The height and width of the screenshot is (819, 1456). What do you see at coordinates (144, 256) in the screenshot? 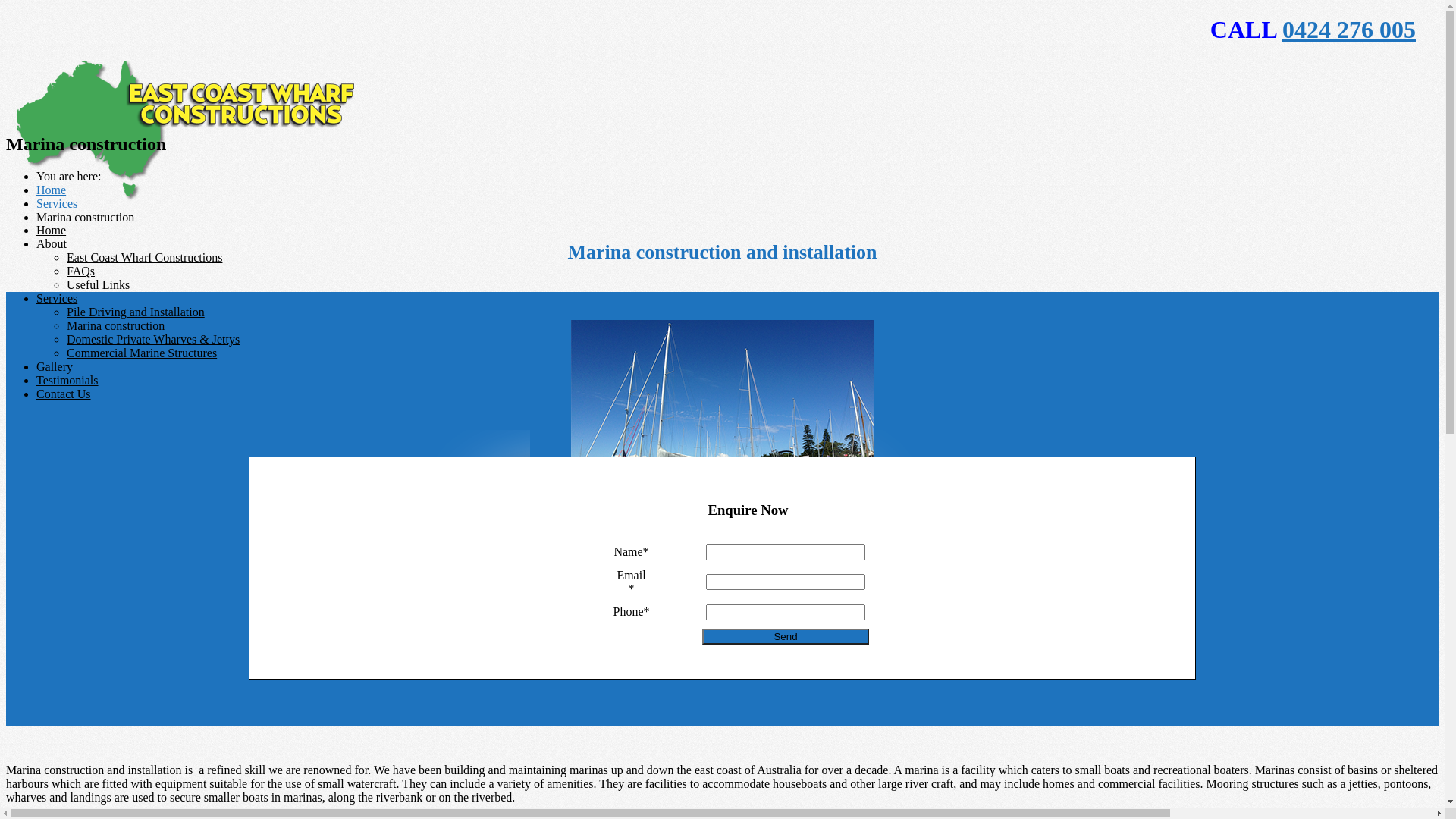
I see `'East Coast Wharf Constructions'` at bounding box center [144, 256].